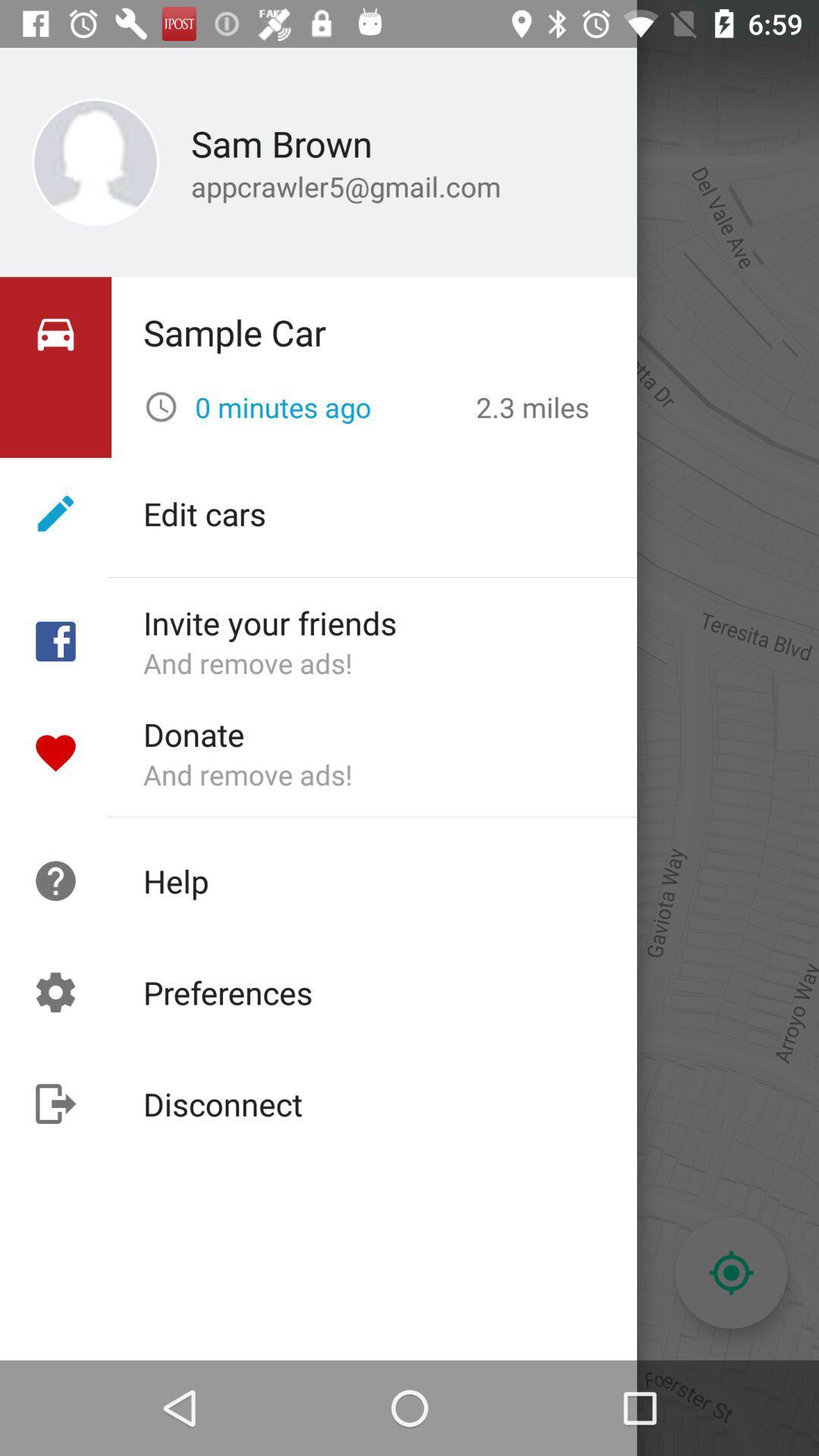 This screenshot has height=1456, width=819. What do you see at coordinates (730, 1272) in the screenshot?
I see `the location_crosshair icon` at bounding box center [730, 1272].